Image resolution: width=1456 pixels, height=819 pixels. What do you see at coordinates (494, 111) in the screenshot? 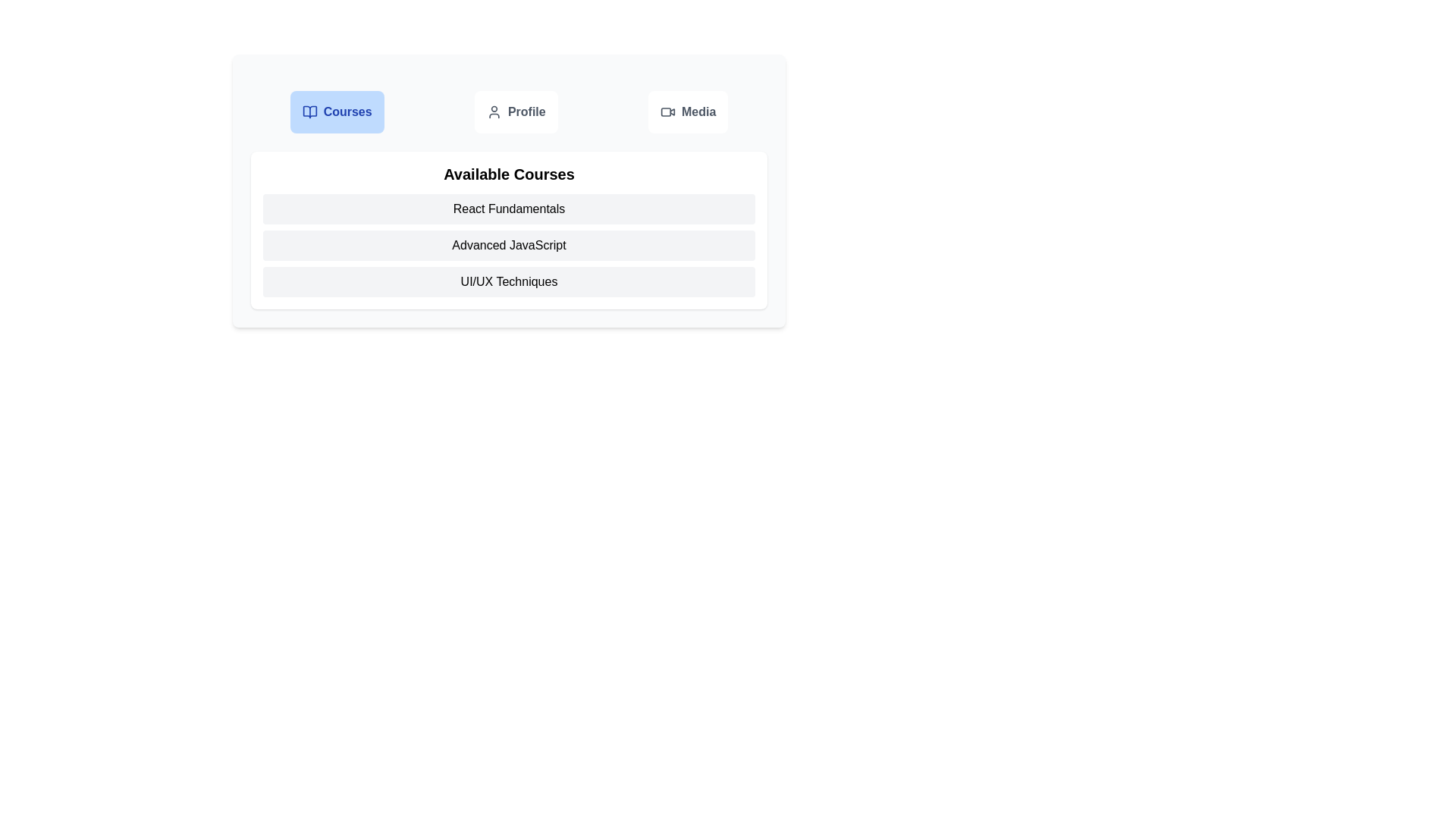
I see `the profile SVG icon, which is located to the left of the 'Profile' text label within the 'Profile' component` at bounding box center [494, 111].